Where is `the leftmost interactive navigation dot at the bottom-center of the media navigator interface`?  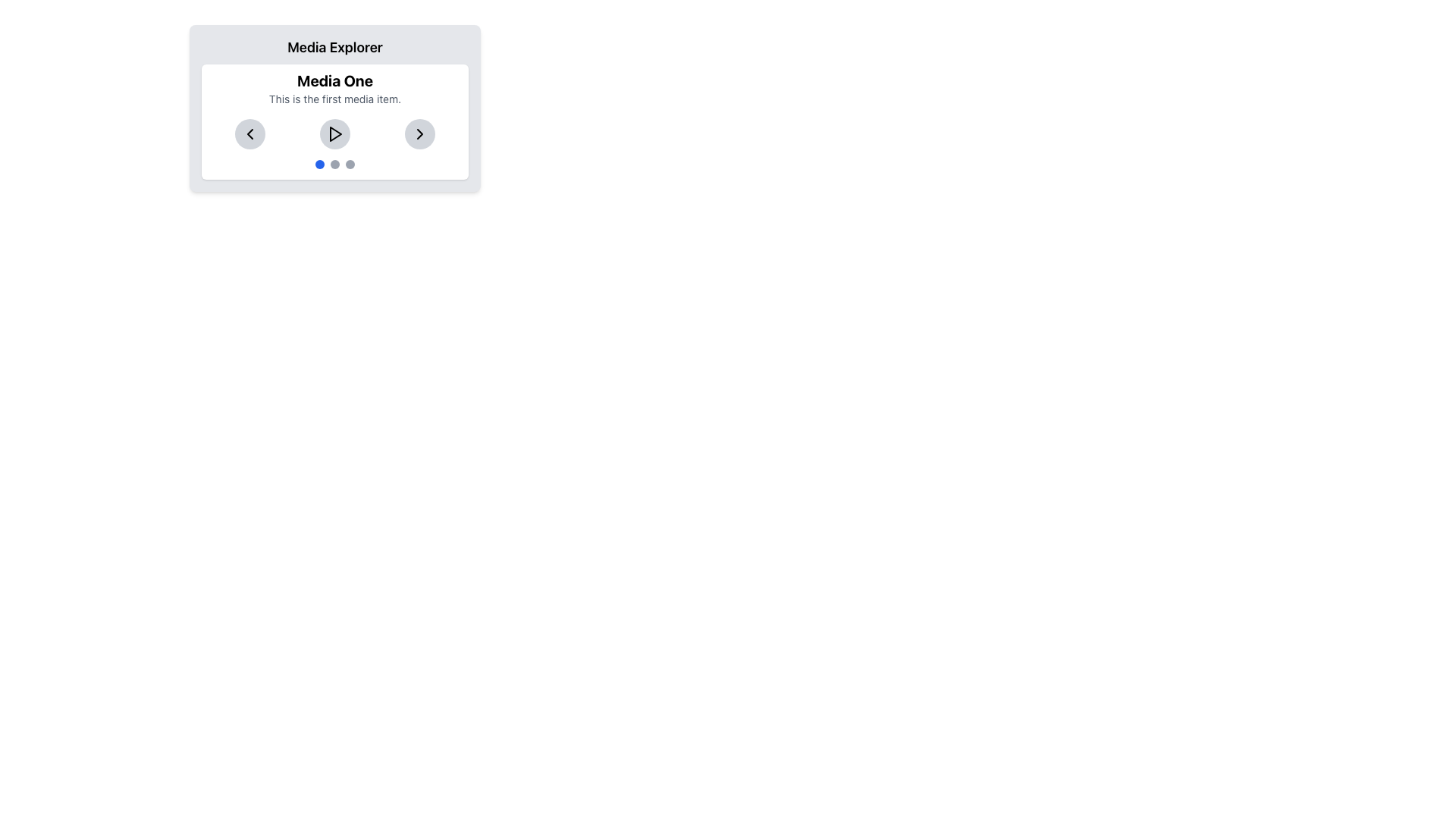 the leftmost interactive navigation dot at the bottom-center of the media navigator interface is located at coordinates (319, 164).